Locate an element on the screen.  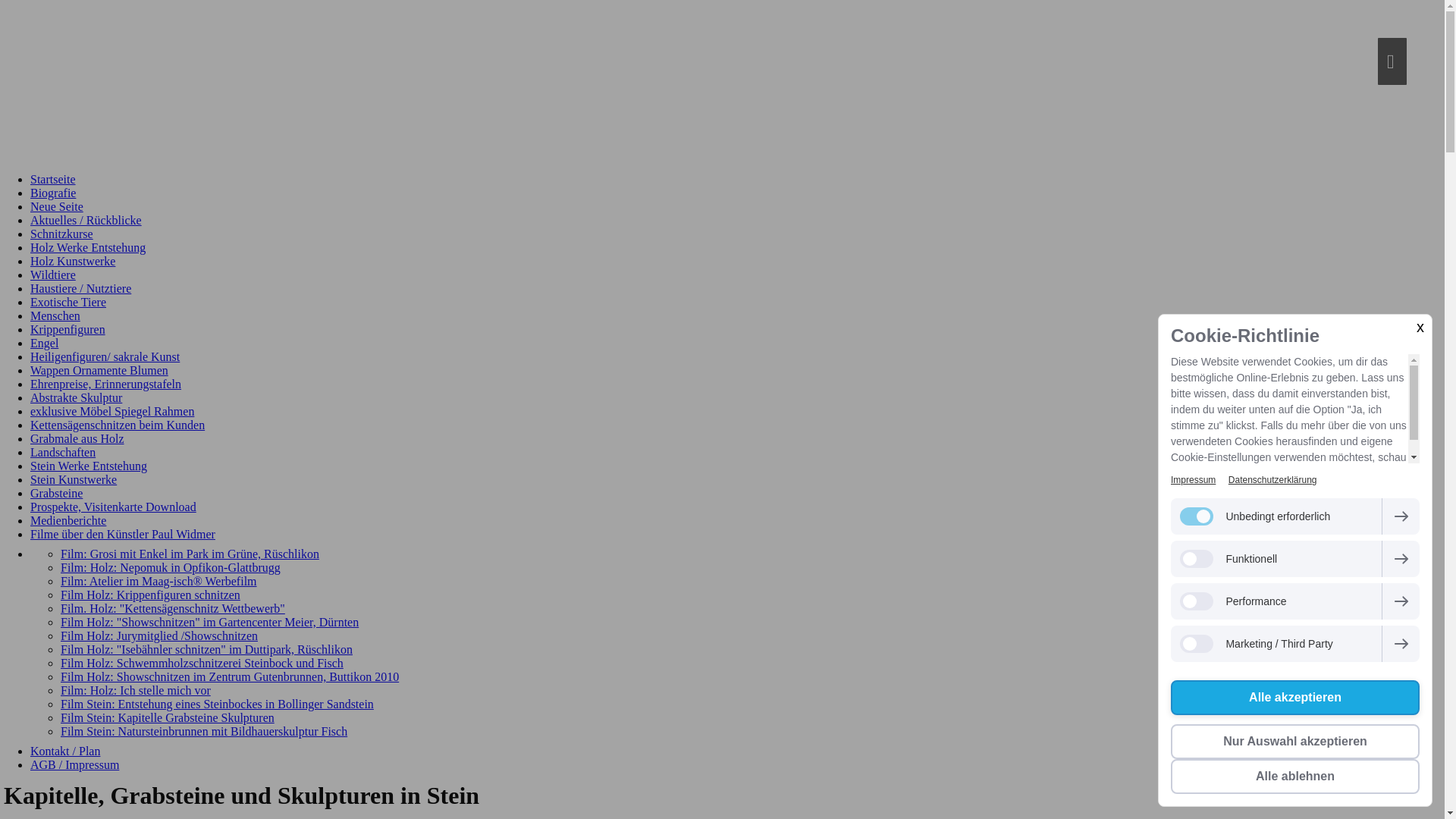
'Prospekte, Visitenkarte Download' is located at coordinates (112, 507).